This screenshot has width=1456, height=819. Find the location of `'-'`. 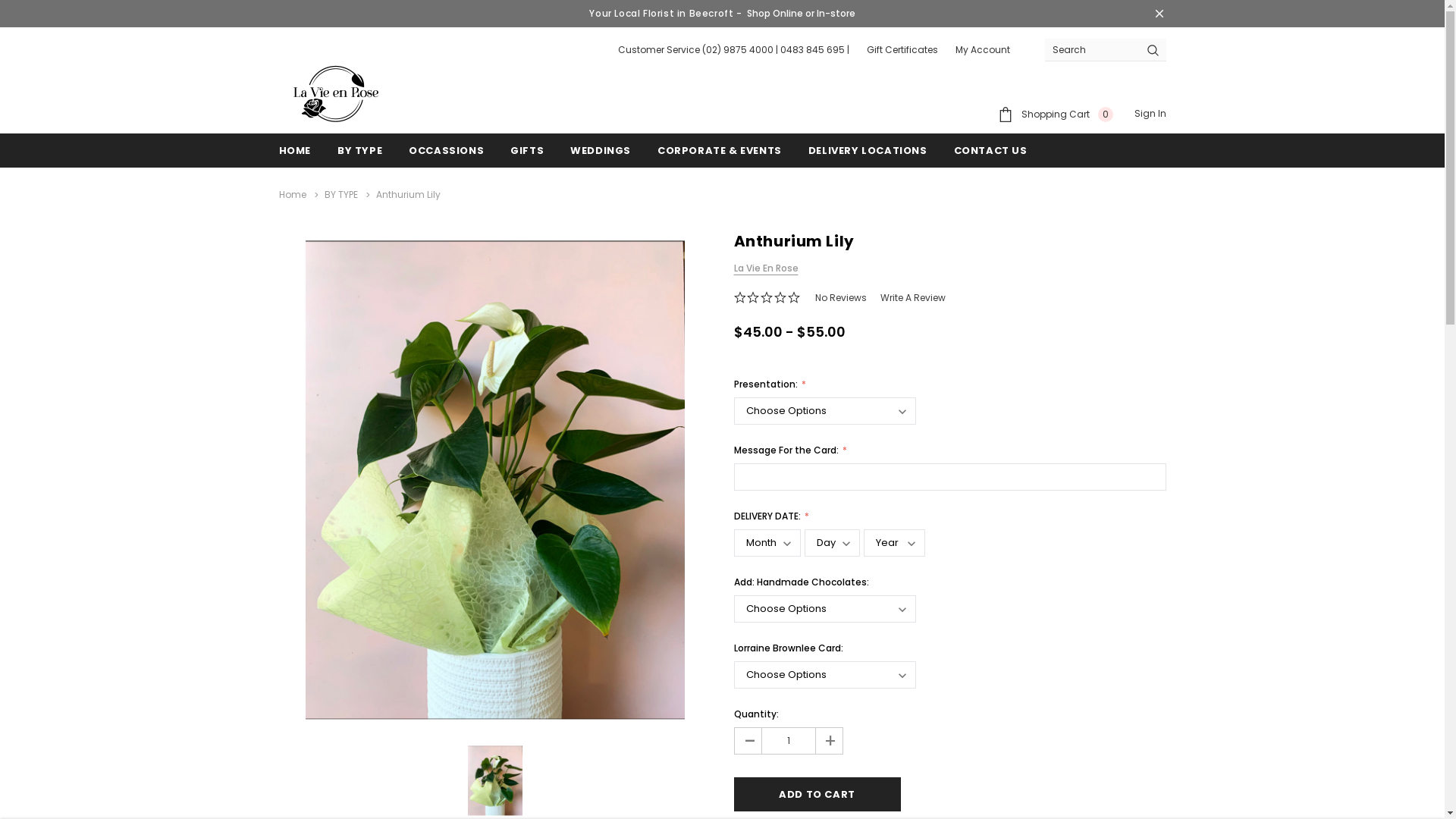

'-' is located at coordinates (747, 739).